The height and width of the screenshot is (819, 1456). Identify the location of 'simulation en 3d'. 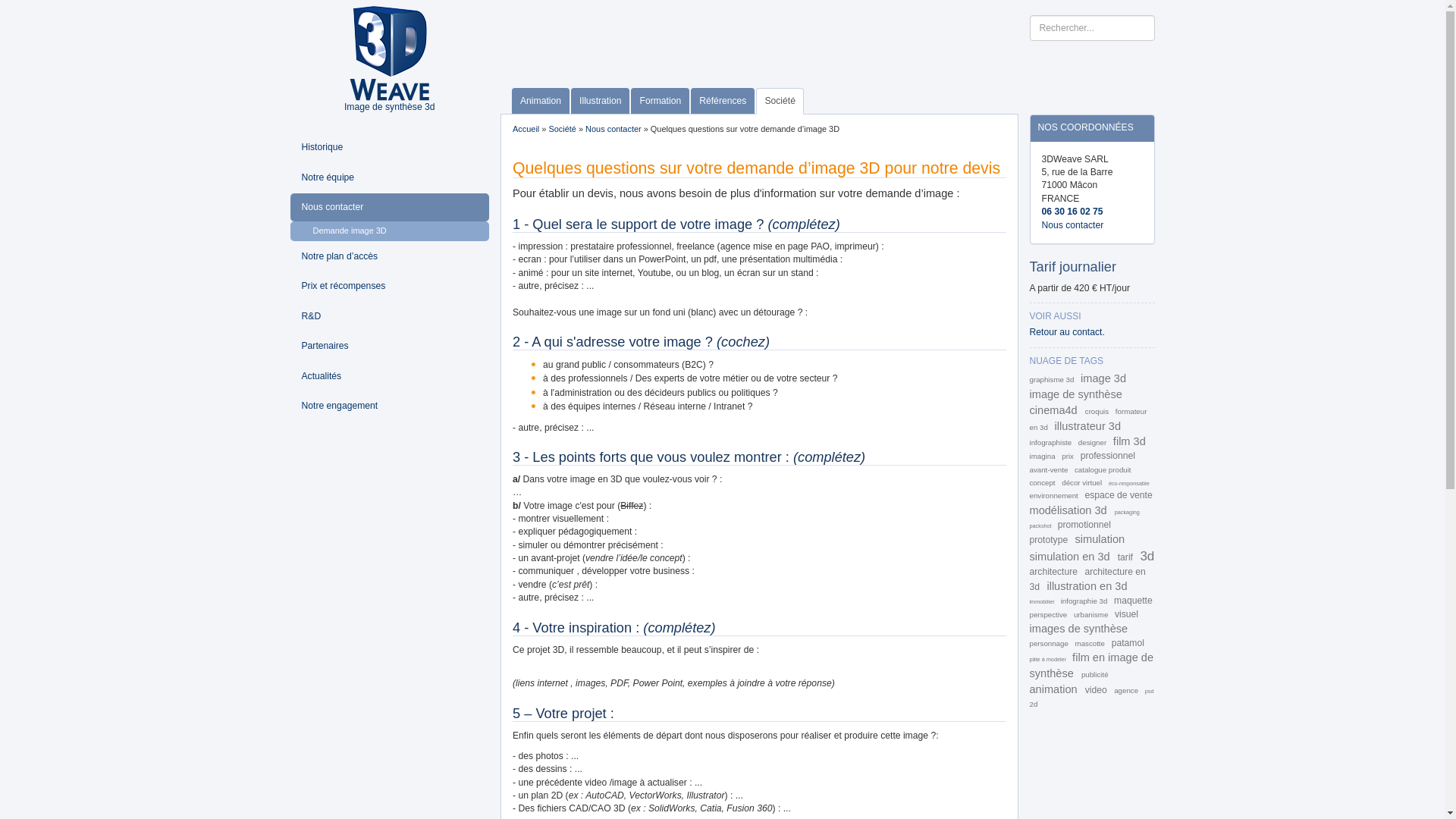
(1030, 556).